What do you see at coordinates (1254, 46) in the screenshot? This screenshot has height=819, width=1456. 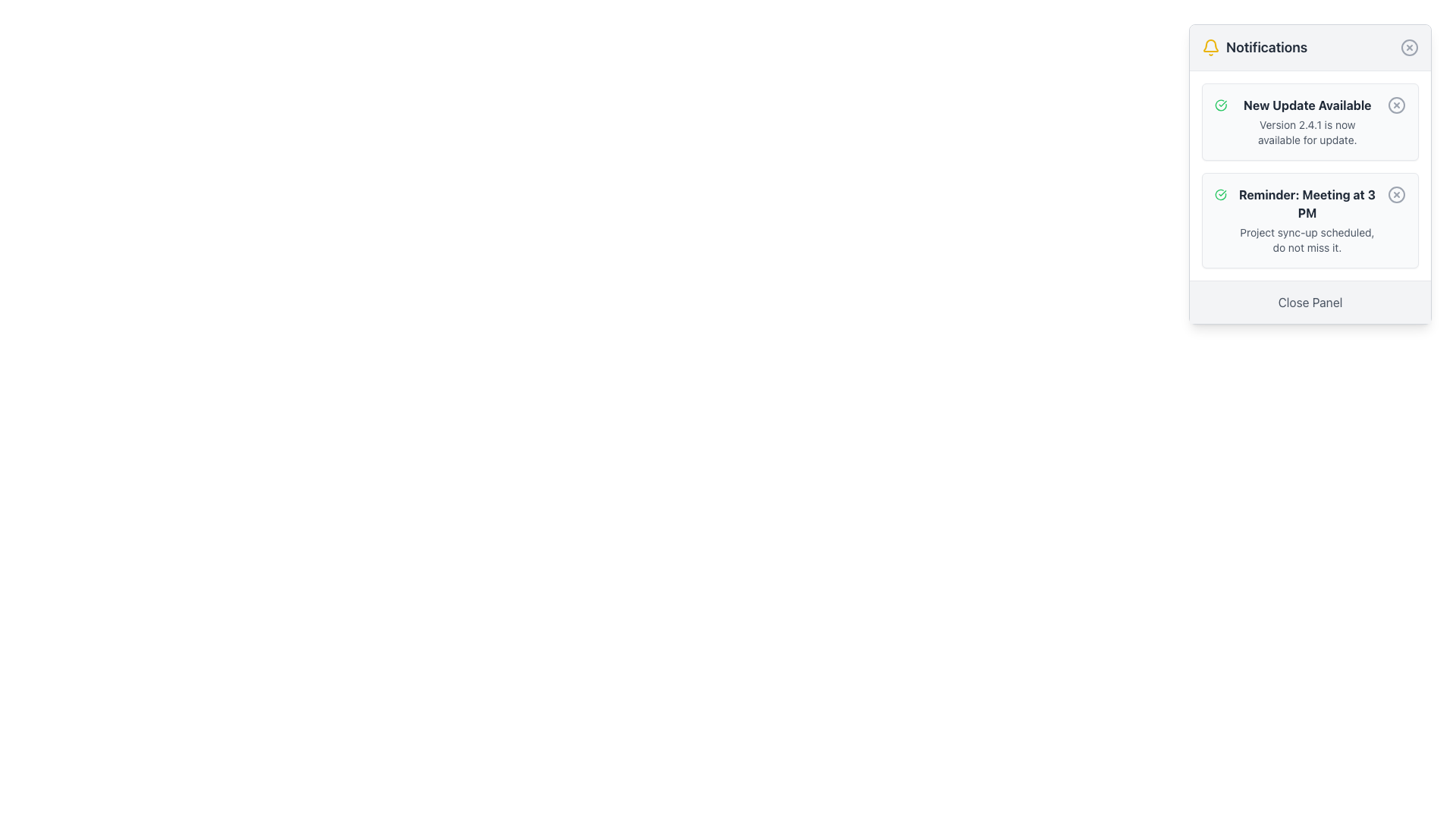 I see `the Text Label with Icon at the top left corner of the notification panel, which serves as the title indicating the panel's purpose` at bounding box center [1254, 46].